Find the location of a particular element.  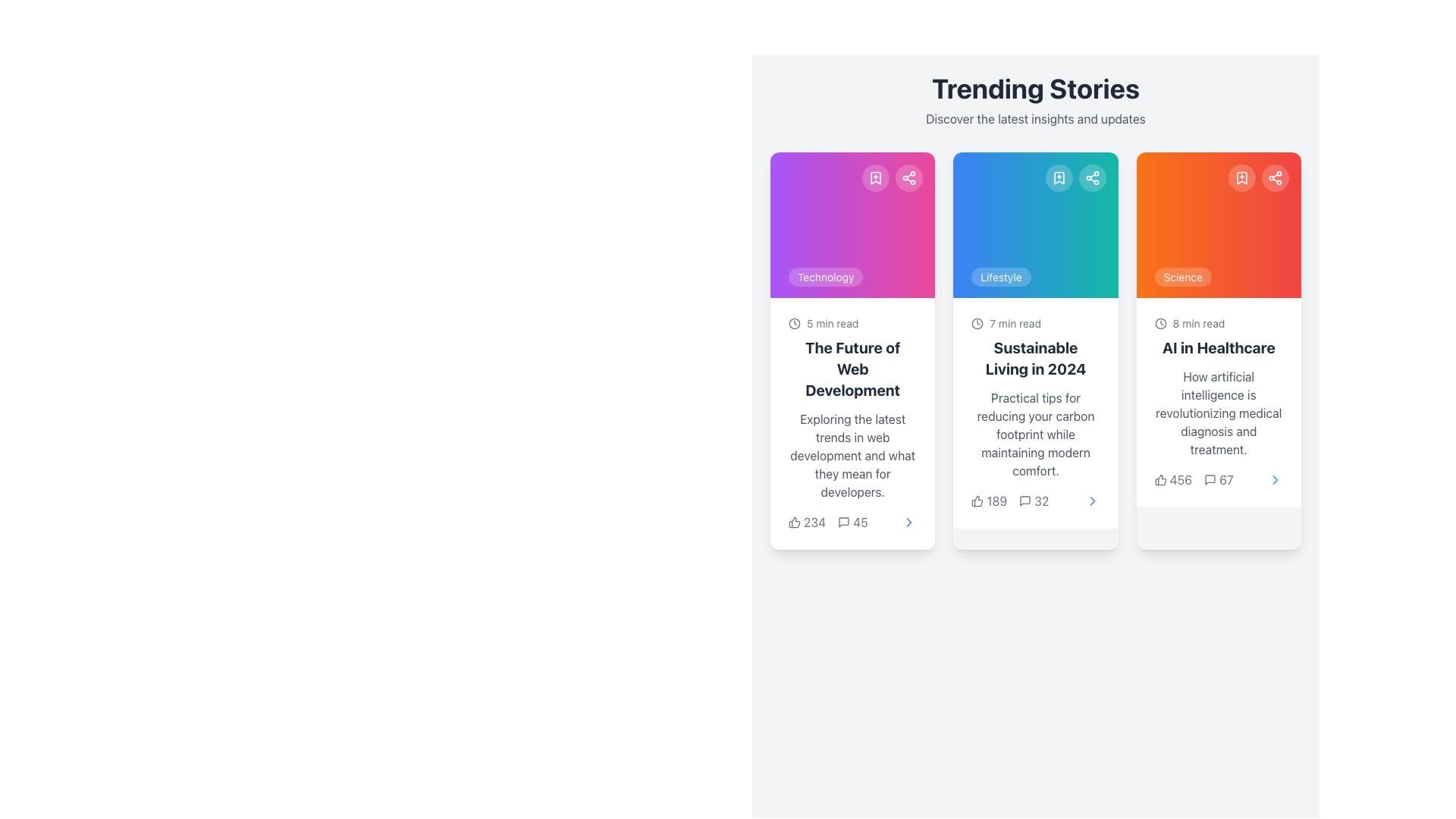

the '8 min read' text with a clock icon, which indicates the estimated reading time for the content associated with the card titled 'AI in Healthcare' in the 'Trending Stories' section is located at coordinates (1219, 323).